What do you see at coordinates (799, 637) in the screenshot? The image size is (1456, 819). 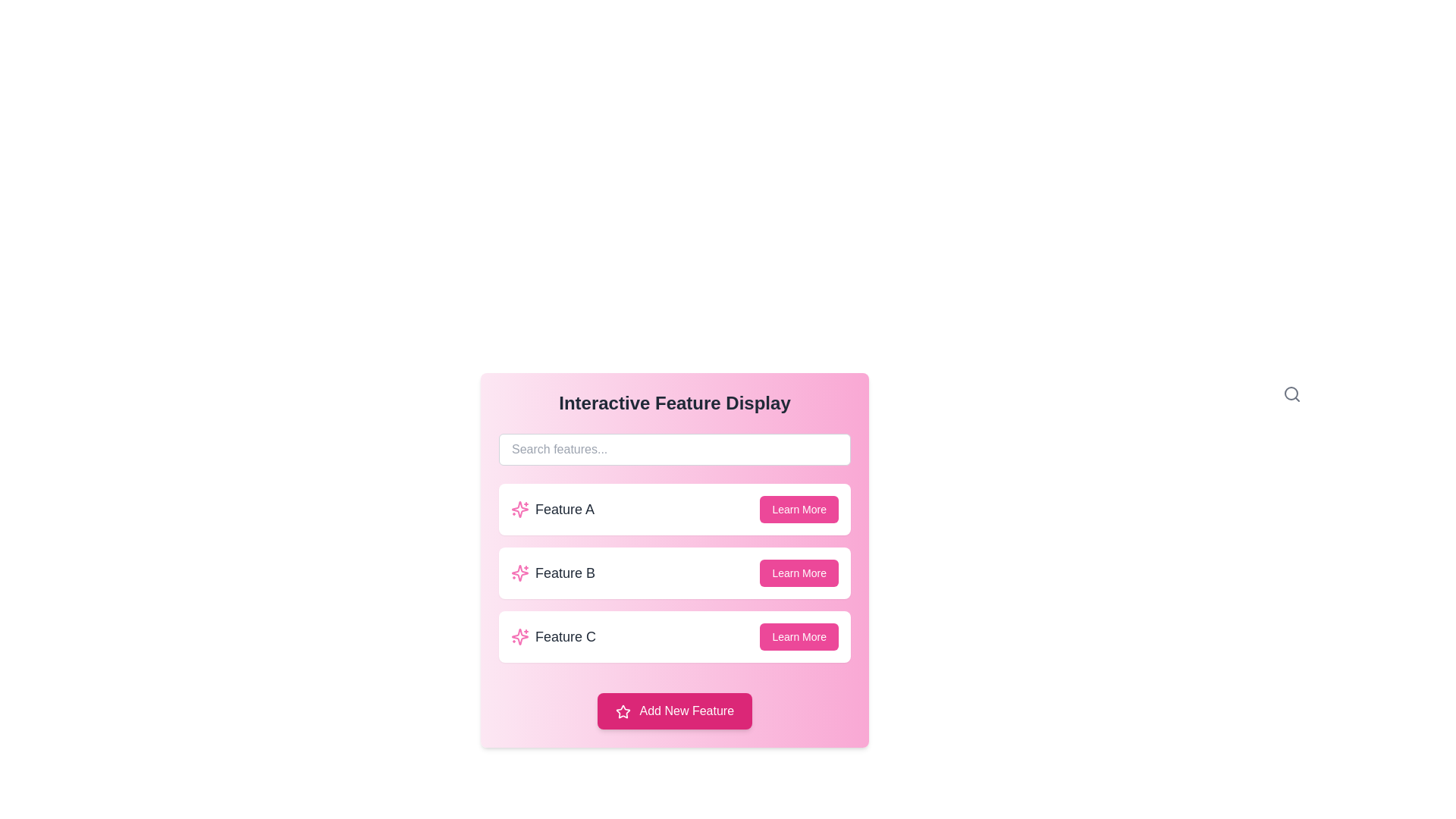 I see `the 'Learn More' button with a pink background located in the bottom right corner of the 'Feature C' card` at bounding box center [799, 637].